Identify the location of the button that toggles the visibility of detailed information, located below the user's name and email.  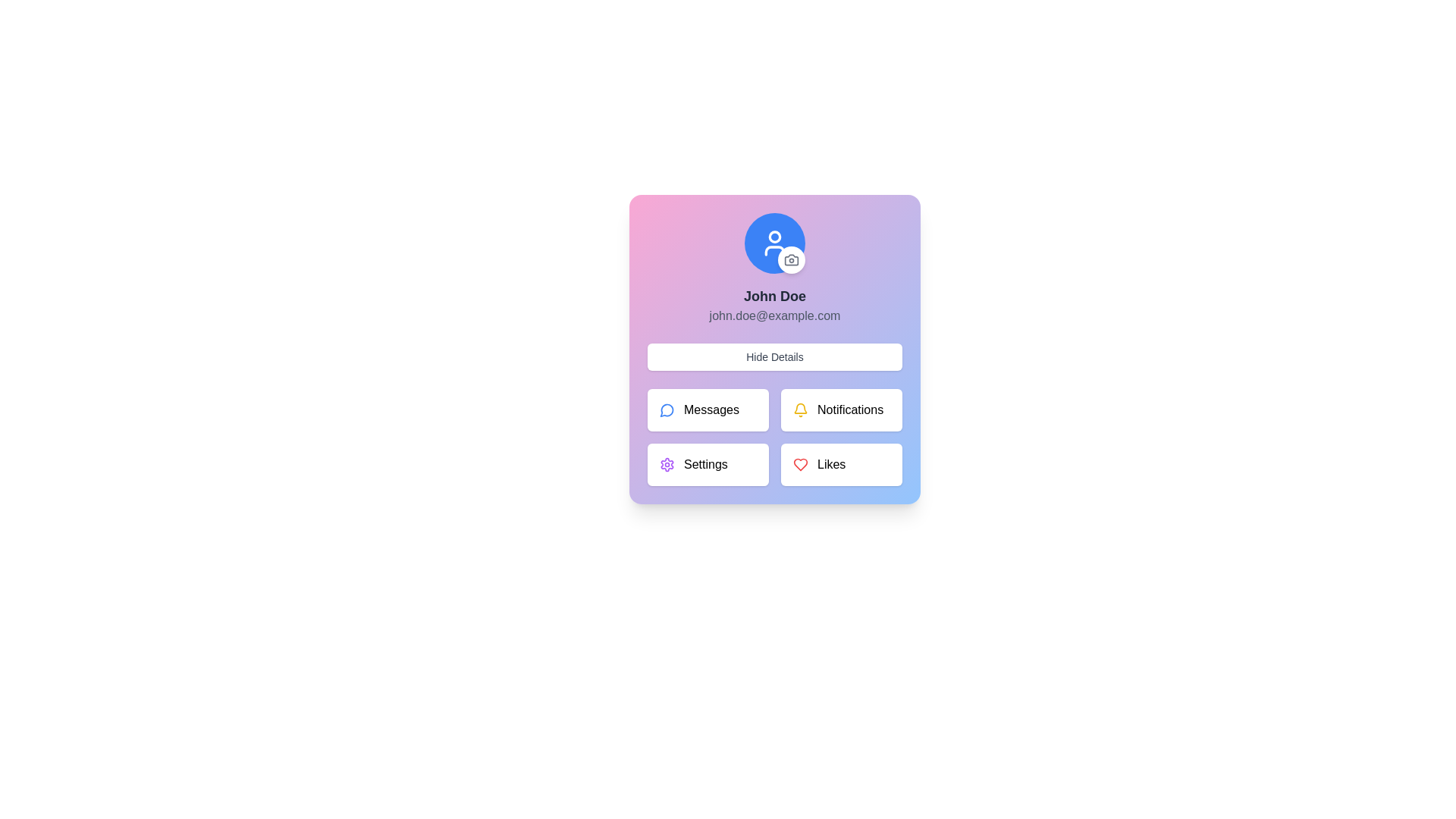
(775, 356).